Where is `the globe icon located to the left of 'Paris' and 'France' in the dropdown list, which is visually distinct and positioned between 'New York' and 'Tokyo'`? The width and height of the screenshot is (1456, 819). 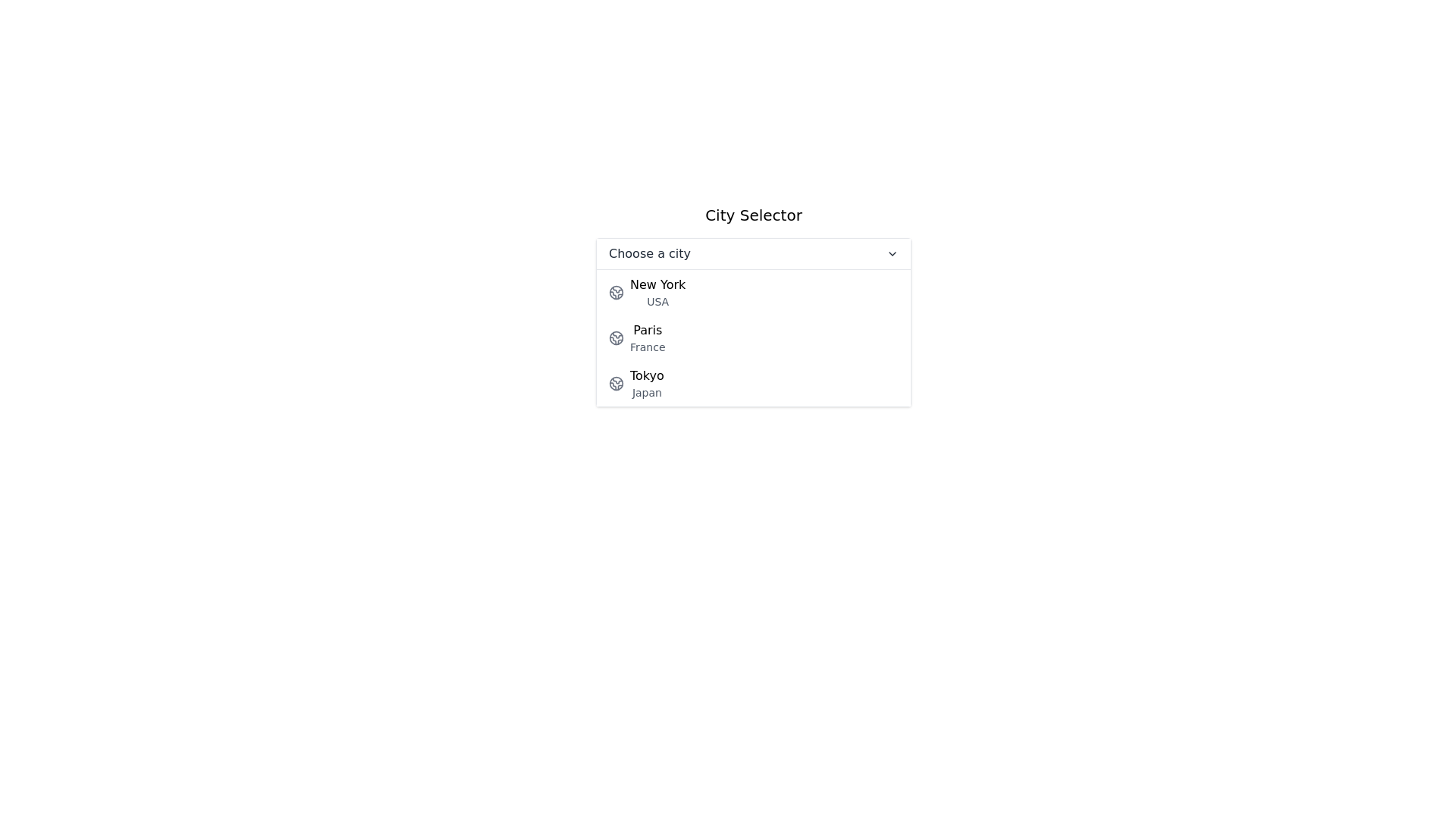
the globe icon located to the left of 'Paris' and 'France' in the dropdown list, which is visually distinct and positioned between 'New York' and 'Tokyo' is located at coordinates (616, 337).